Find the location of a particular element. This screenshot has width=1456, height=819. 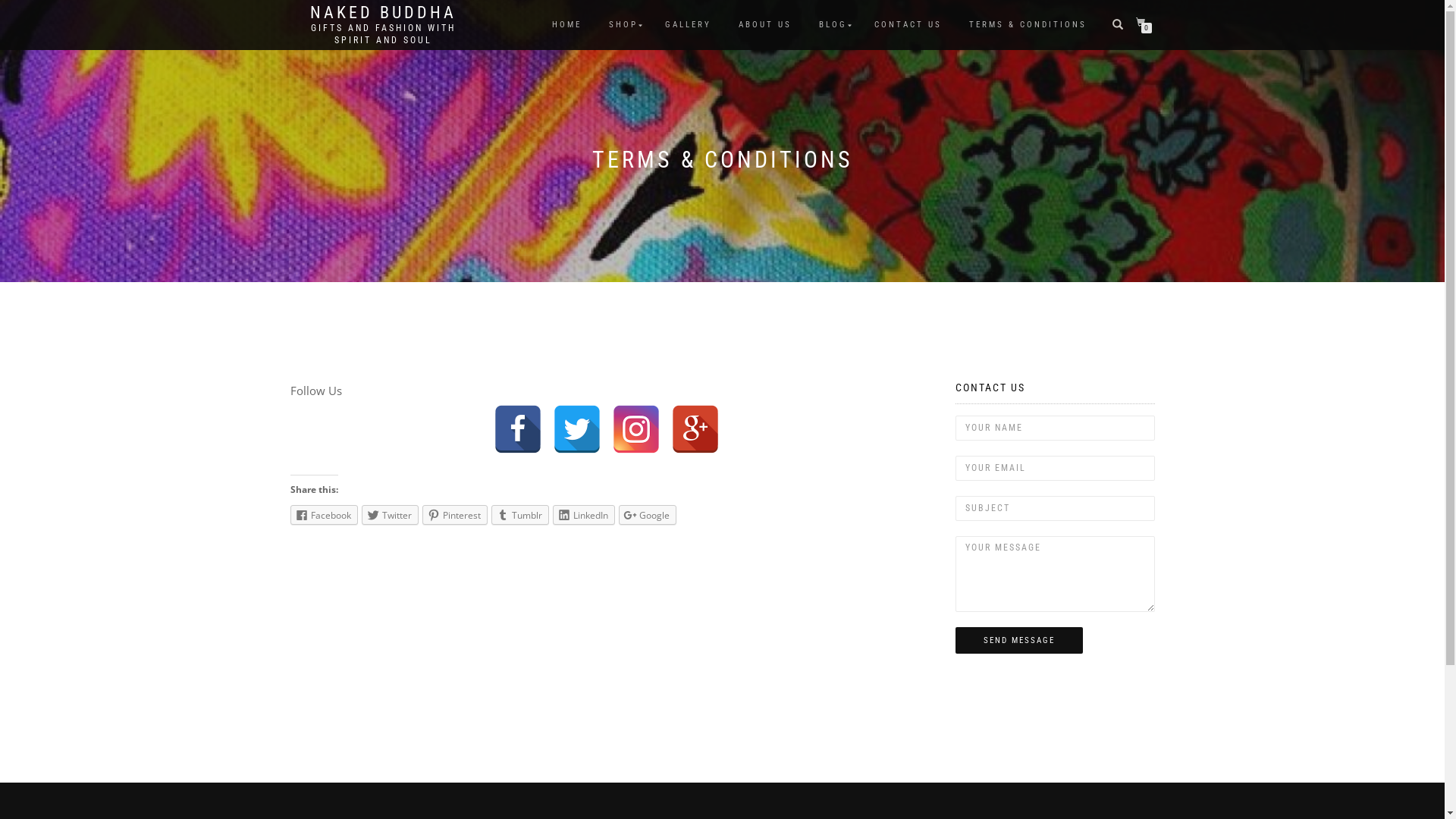

'GIFTS AND FASHION WITH SPIRIT AND SOUL' is located at coordinates (382, 34).